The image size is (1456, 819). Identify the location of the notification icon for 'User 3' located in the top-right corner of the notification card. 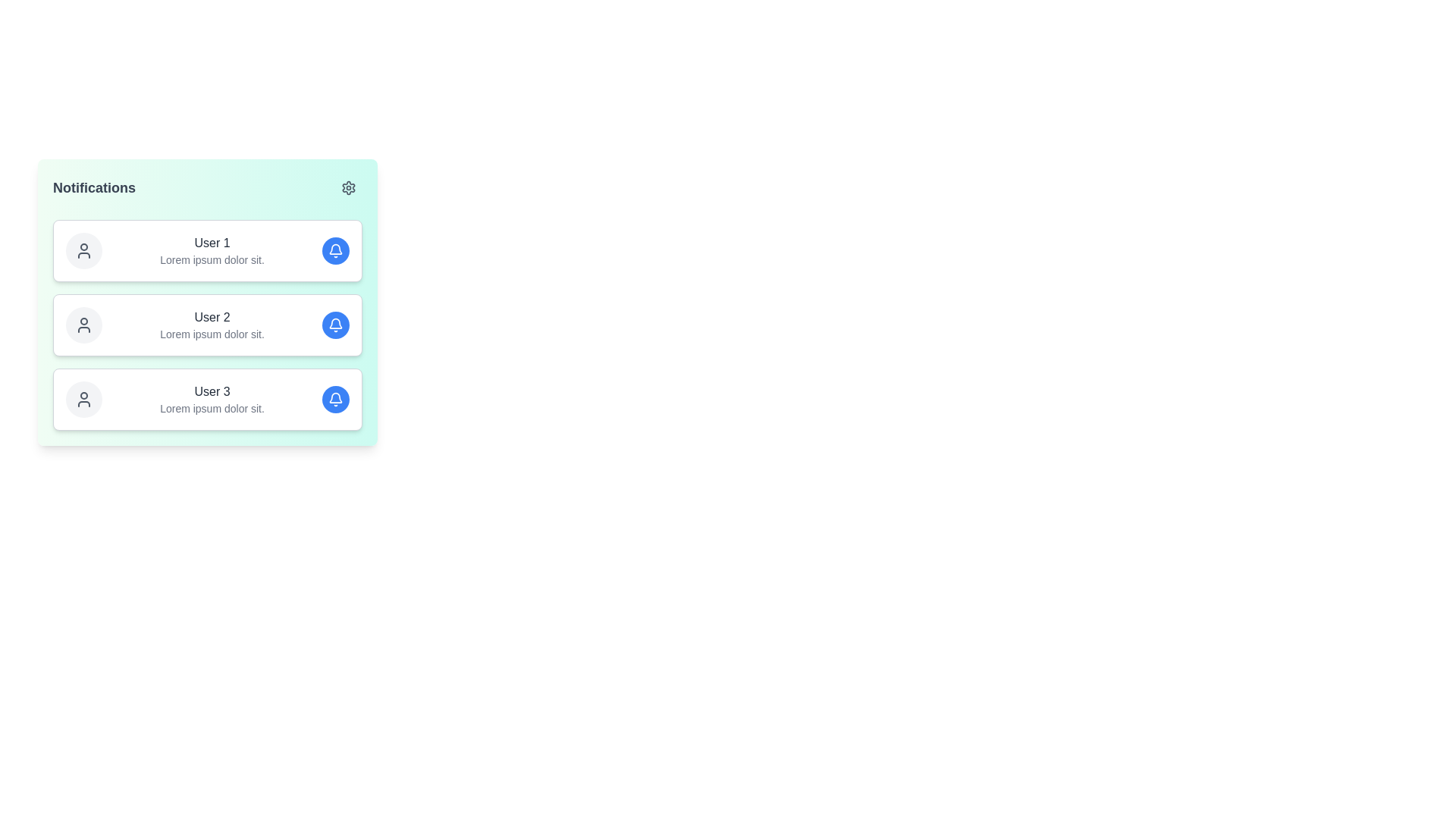
(334, 399).